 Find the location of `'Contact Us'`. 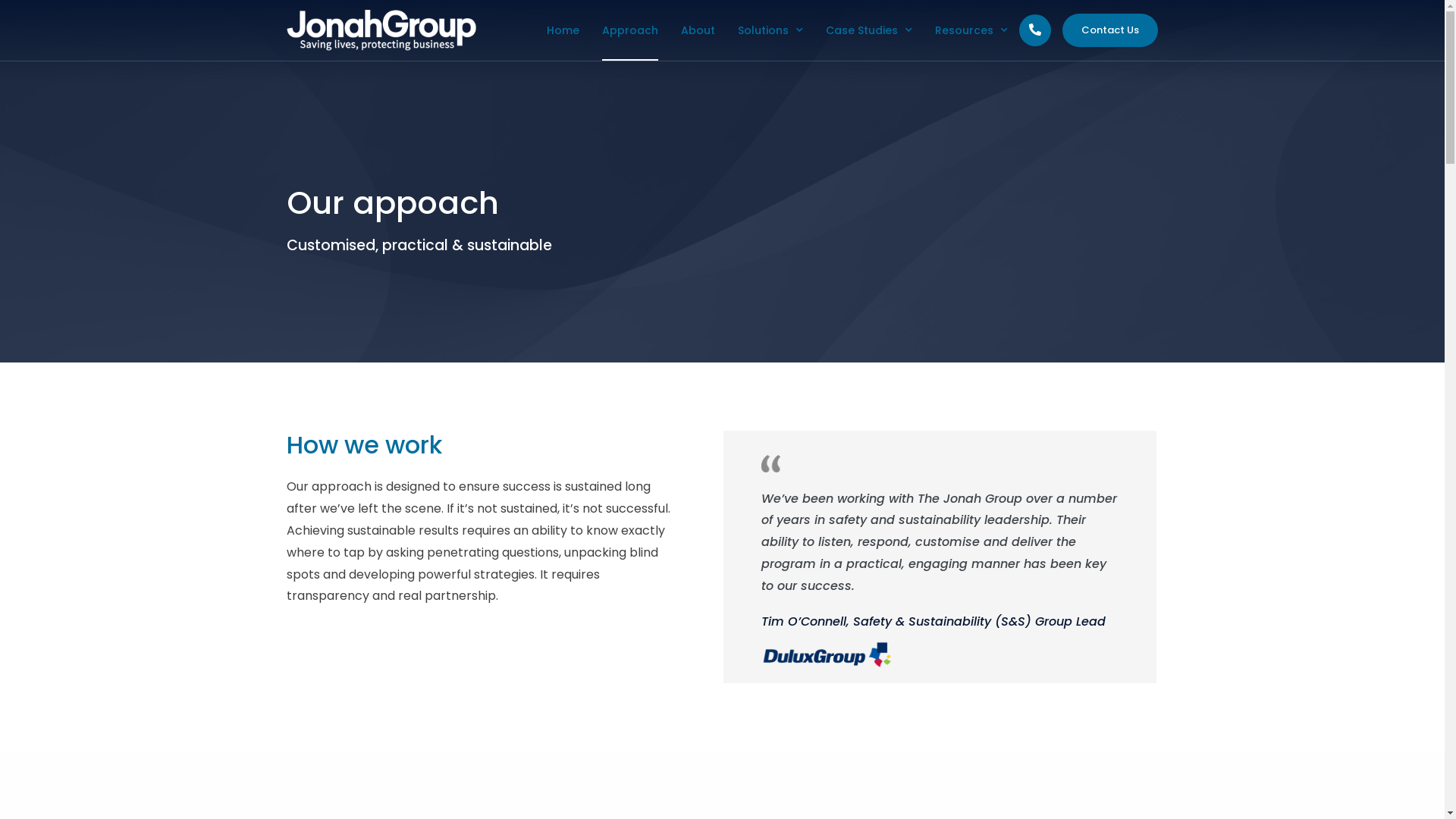

'Contact Us' is located at coordinates (1110, 30).